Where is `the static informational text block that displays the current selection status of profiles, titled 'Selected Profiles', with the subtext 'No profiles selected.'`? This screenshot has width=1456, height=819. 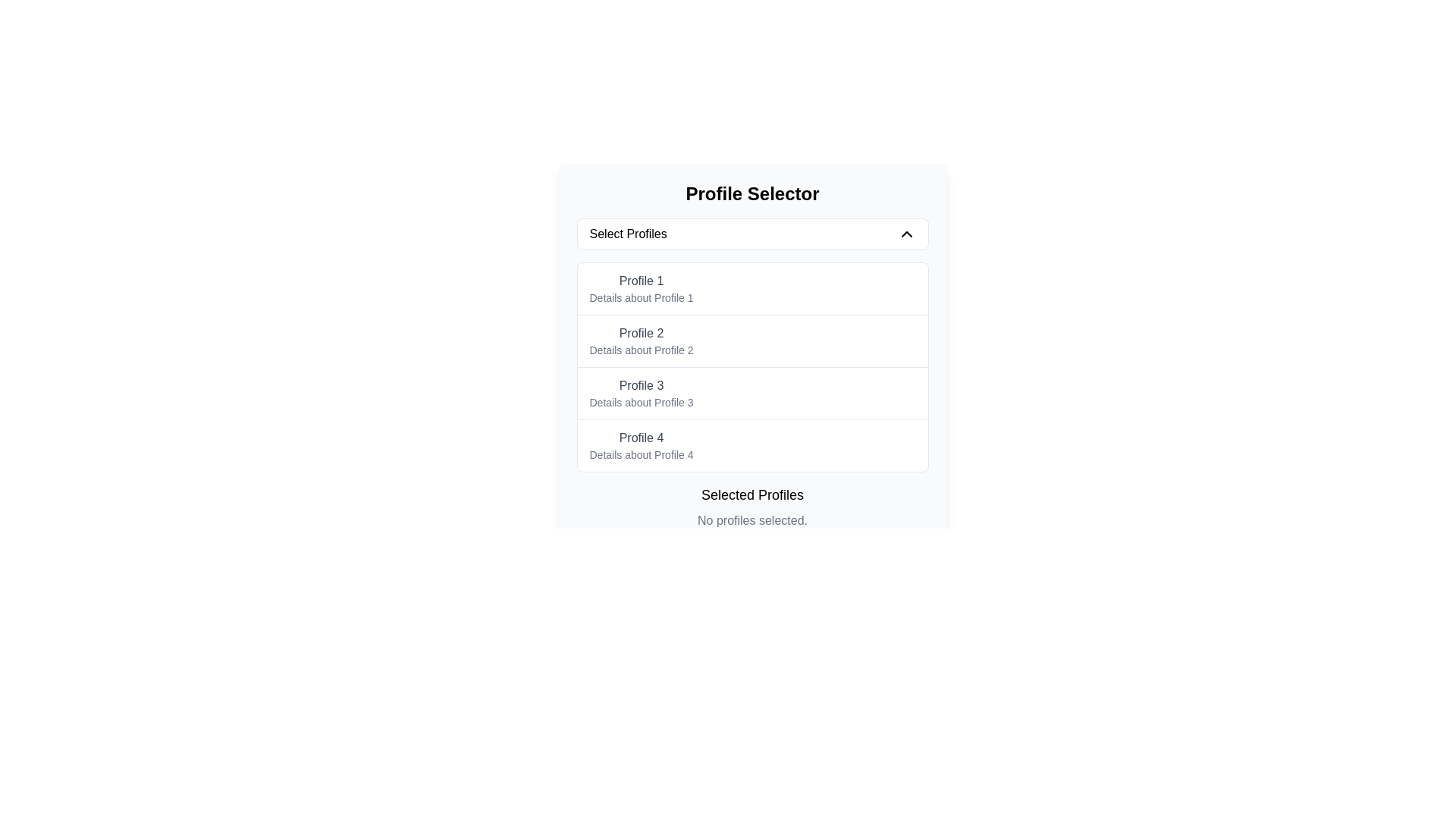 the static informational text block that displays the current selection status of profiles, titled 'Selected Profiles', with the subtext 'No profiles selected.' is located at coordinates (752, 507).